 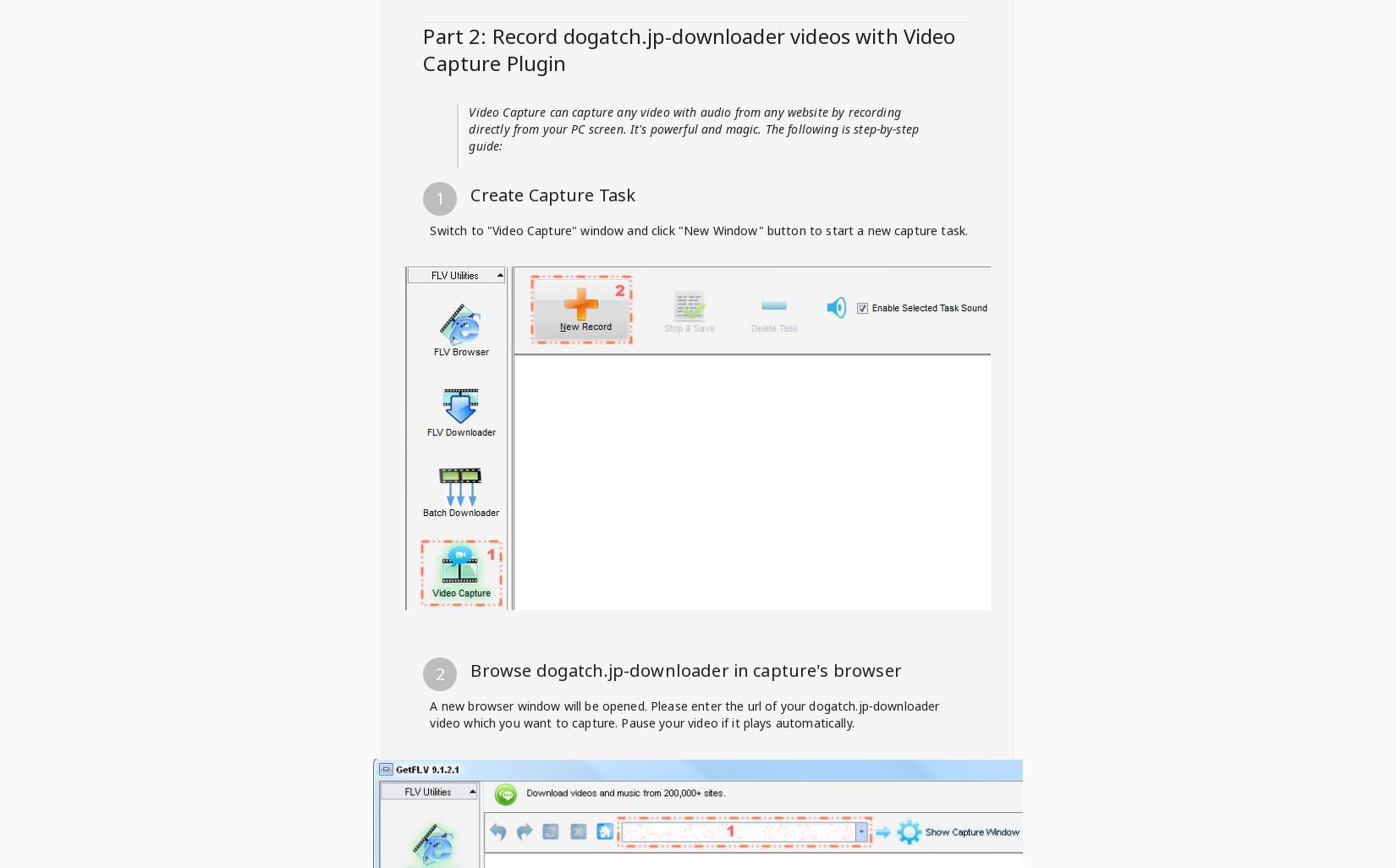 What do you see at coordinates (552, 195) in the screenshot?
I see `'Create Capture Task'` at bounding box center [552, 195].